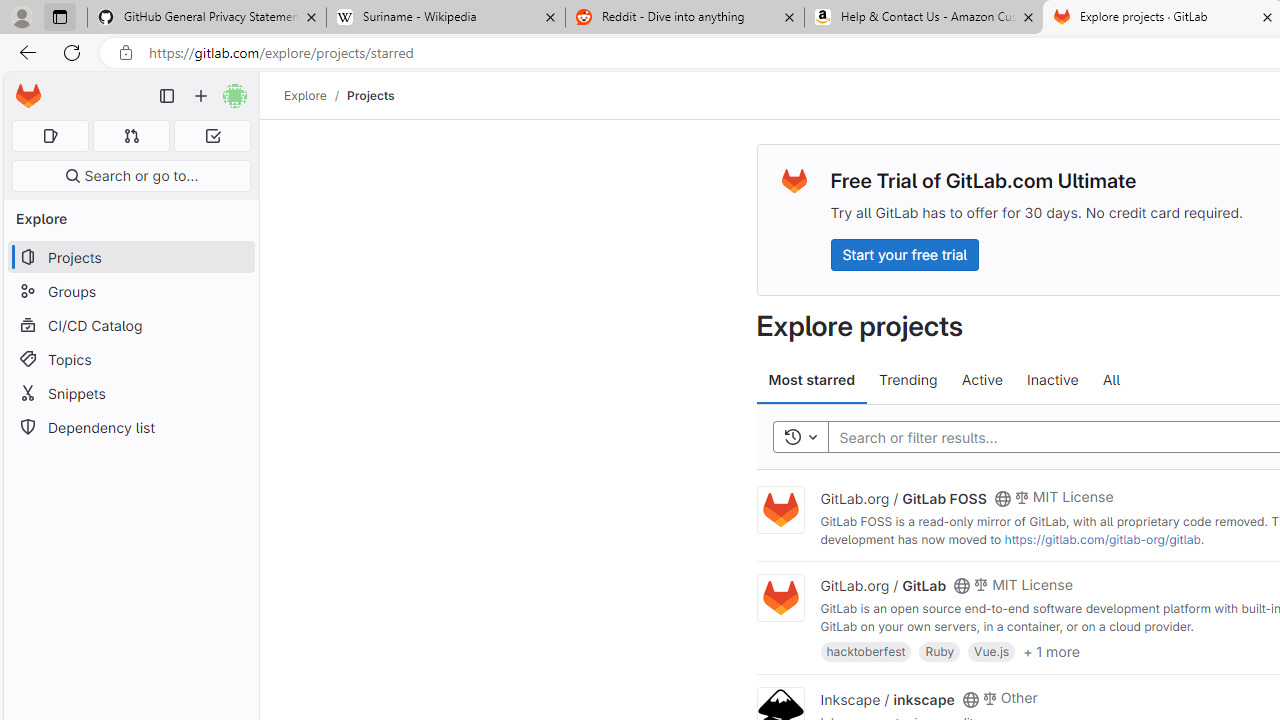 The width and height of the screenshot is (1280, 720). I want to click on 'Vue.js', so click(992, 651).